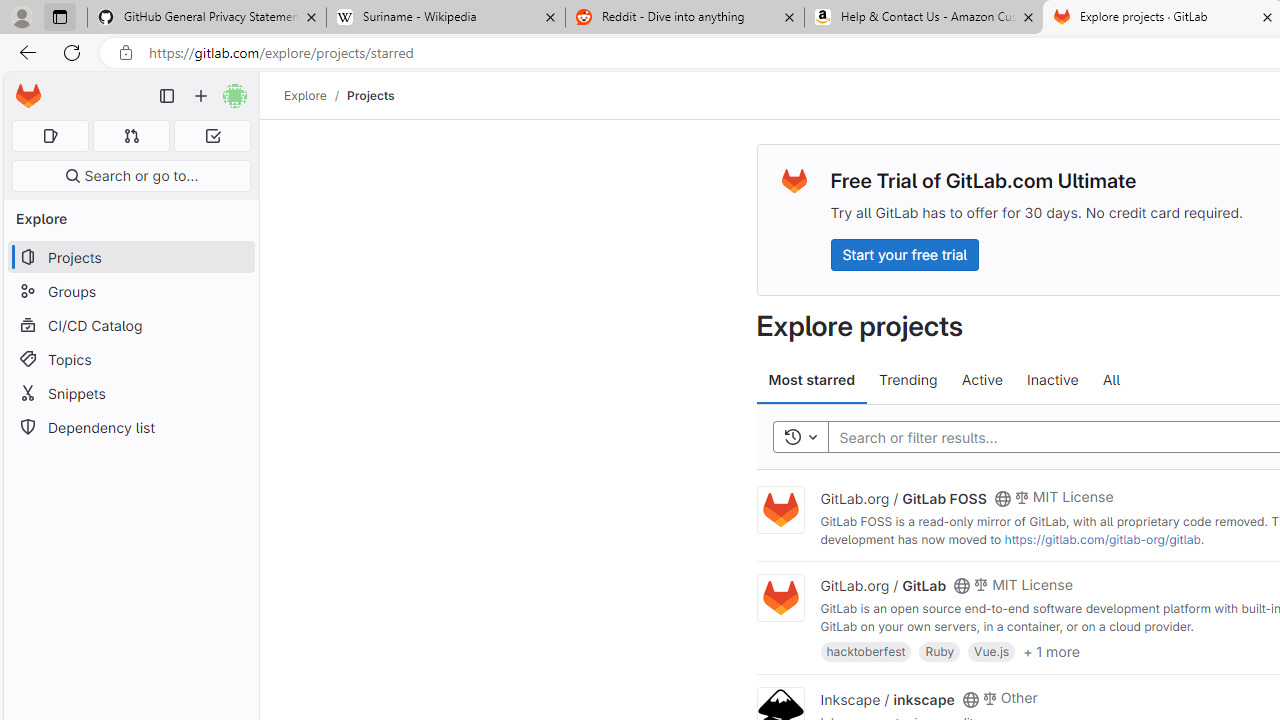 The width and height of the screenshot is (1280, 720). I want to click on 'Vue.js', so click(992, 651).